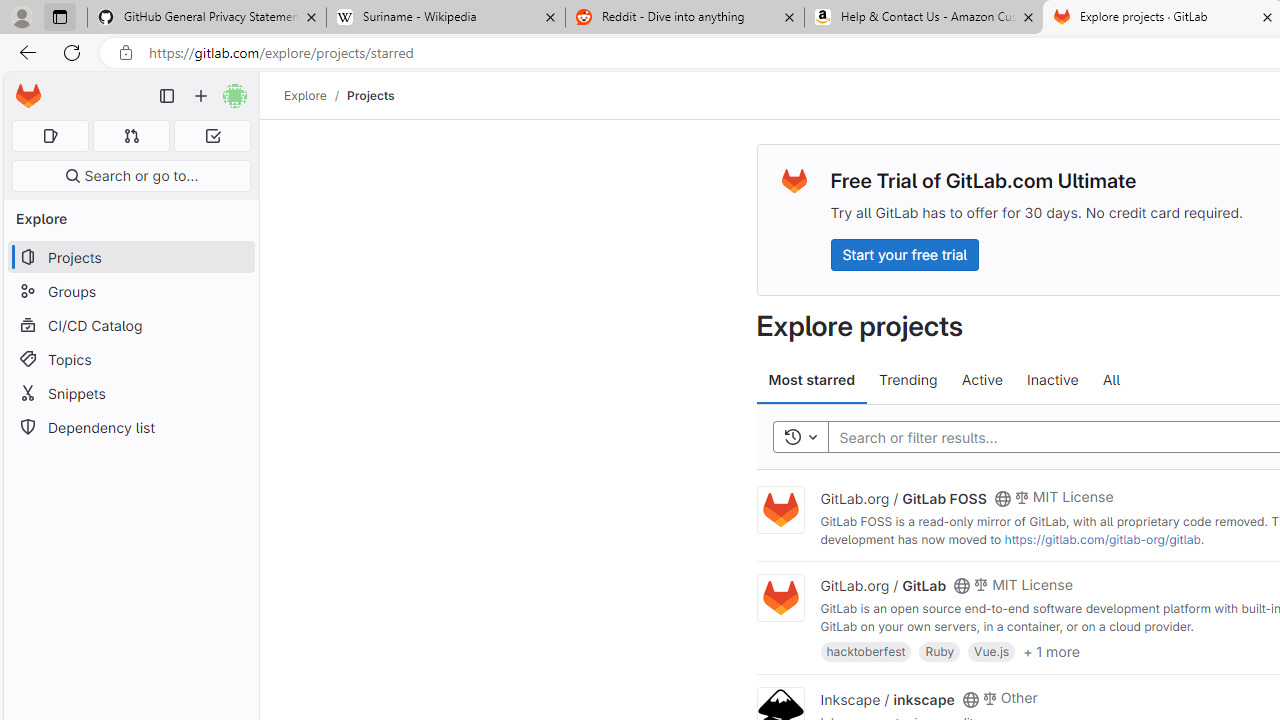 The width and height of the screenshot is (1280, 720). I want to click on 'Vue.js', so click(992, 651).